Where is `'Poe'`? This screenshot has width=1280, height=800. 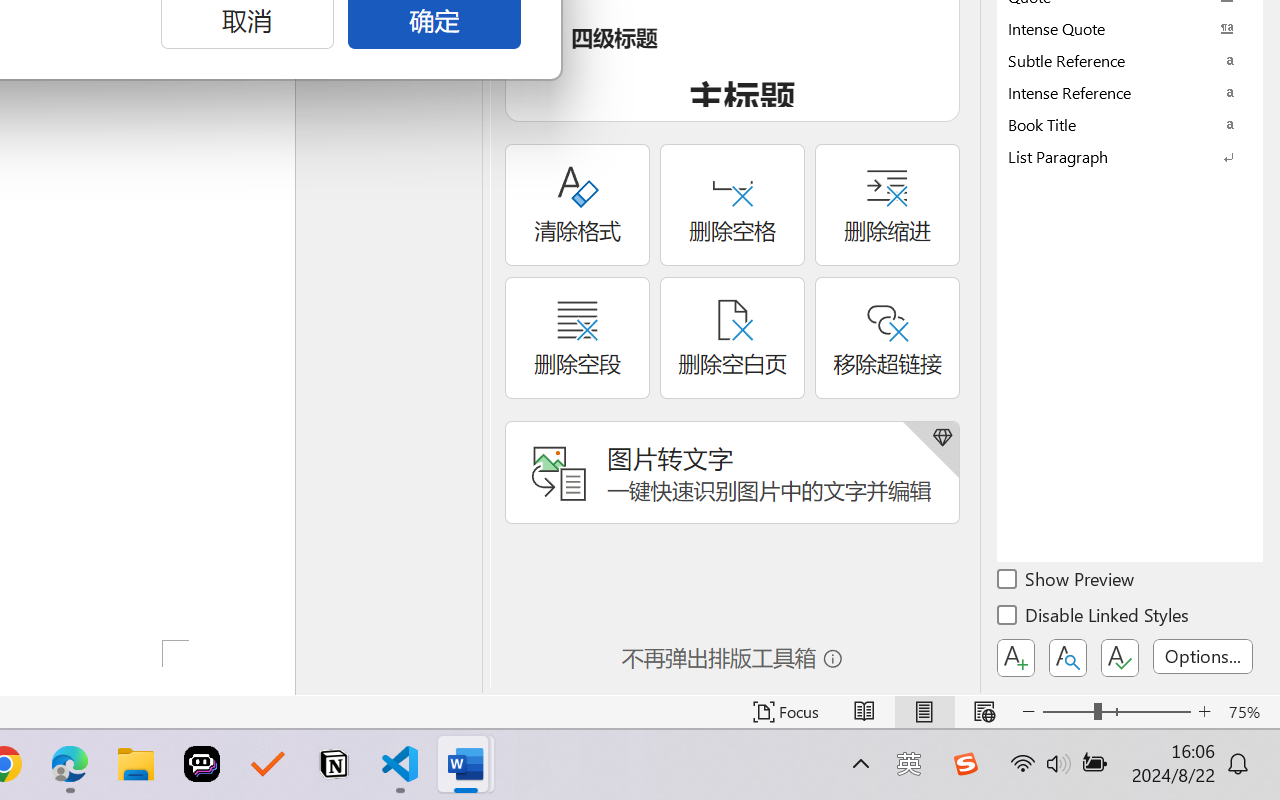 'Poe' is located at coordinates (202, 764).